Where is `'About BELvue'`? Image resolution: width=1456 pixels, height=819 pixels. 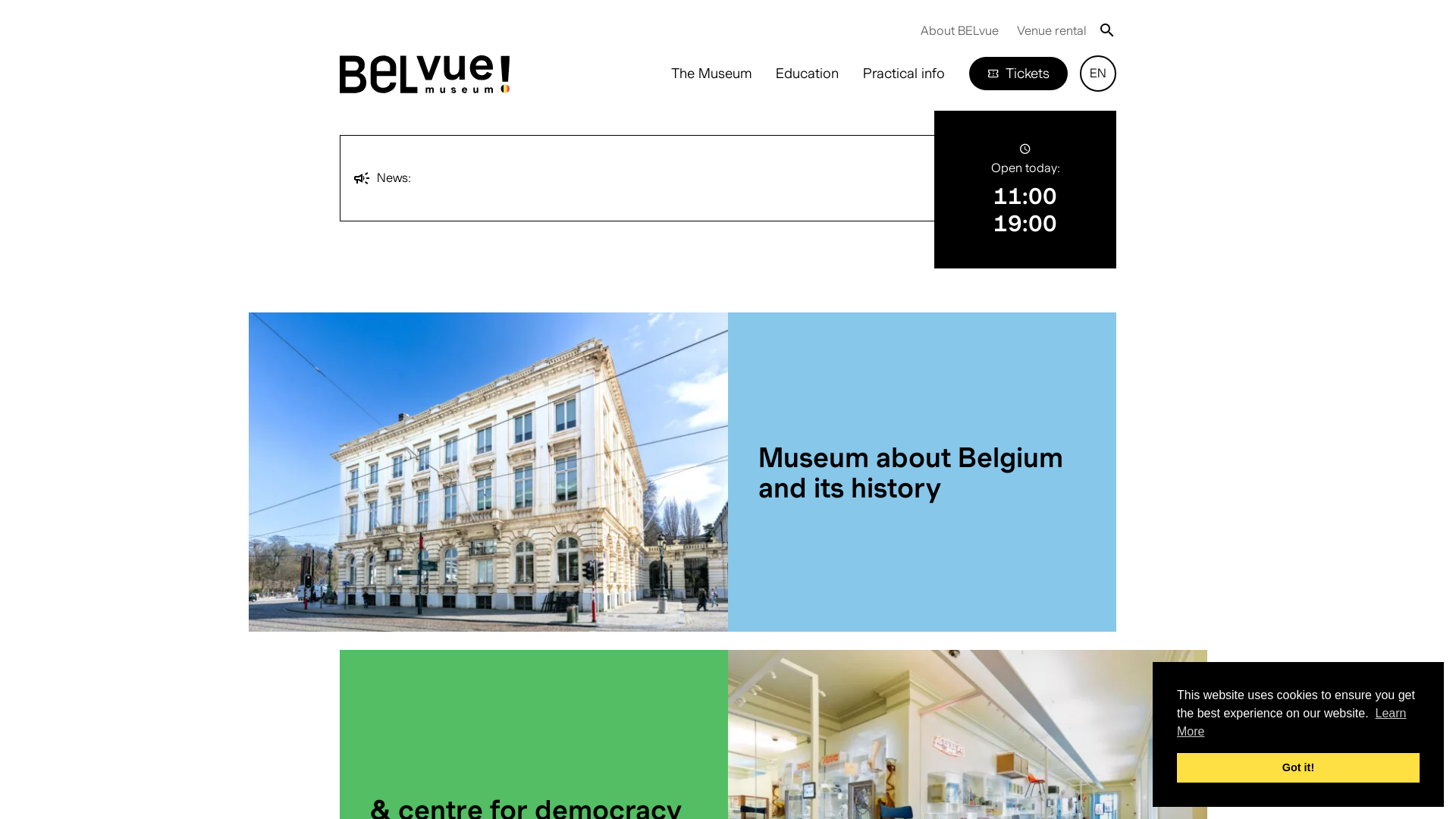
'About BELvue' is located at coordinates (959, 30).